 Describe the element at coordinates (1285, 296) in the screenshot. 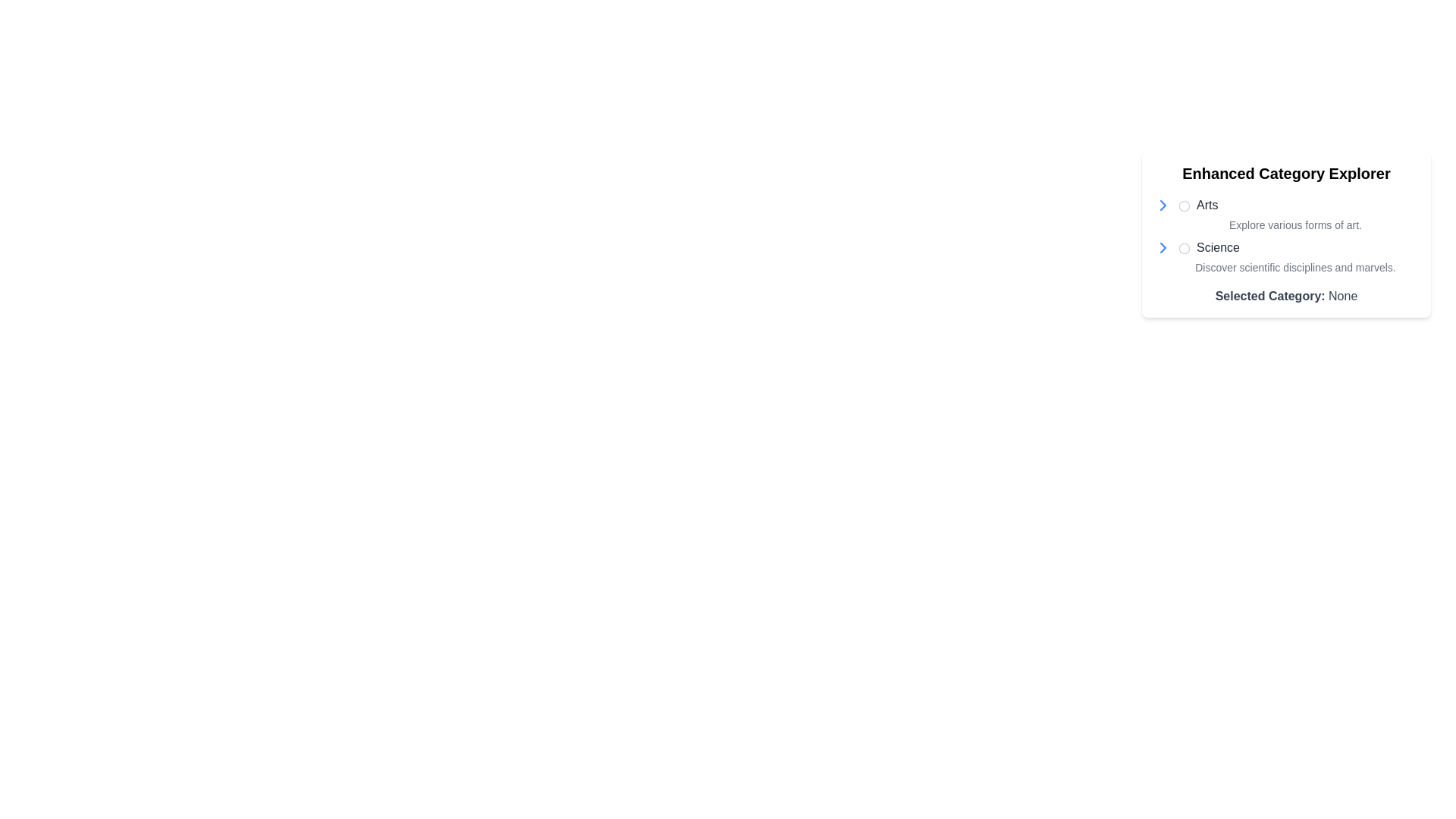

I see `the static text label displaying 'None', which indicates that no category has been selected yet, located at the bottom of the 'Enhanced Category Explorer' information card` at that location.